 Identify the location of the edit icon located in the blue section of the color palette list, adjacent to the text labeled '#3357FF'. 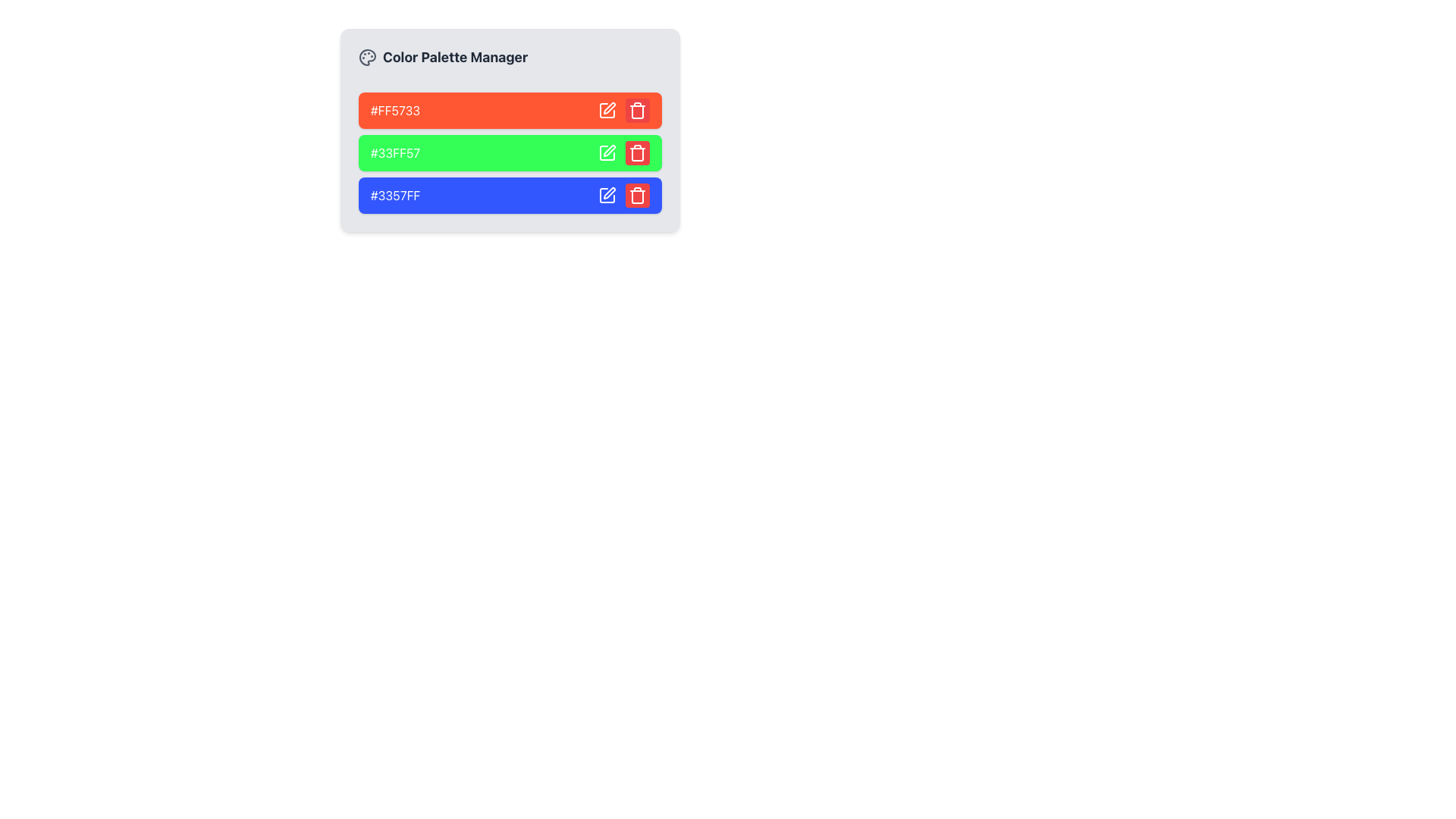
(607, 195).